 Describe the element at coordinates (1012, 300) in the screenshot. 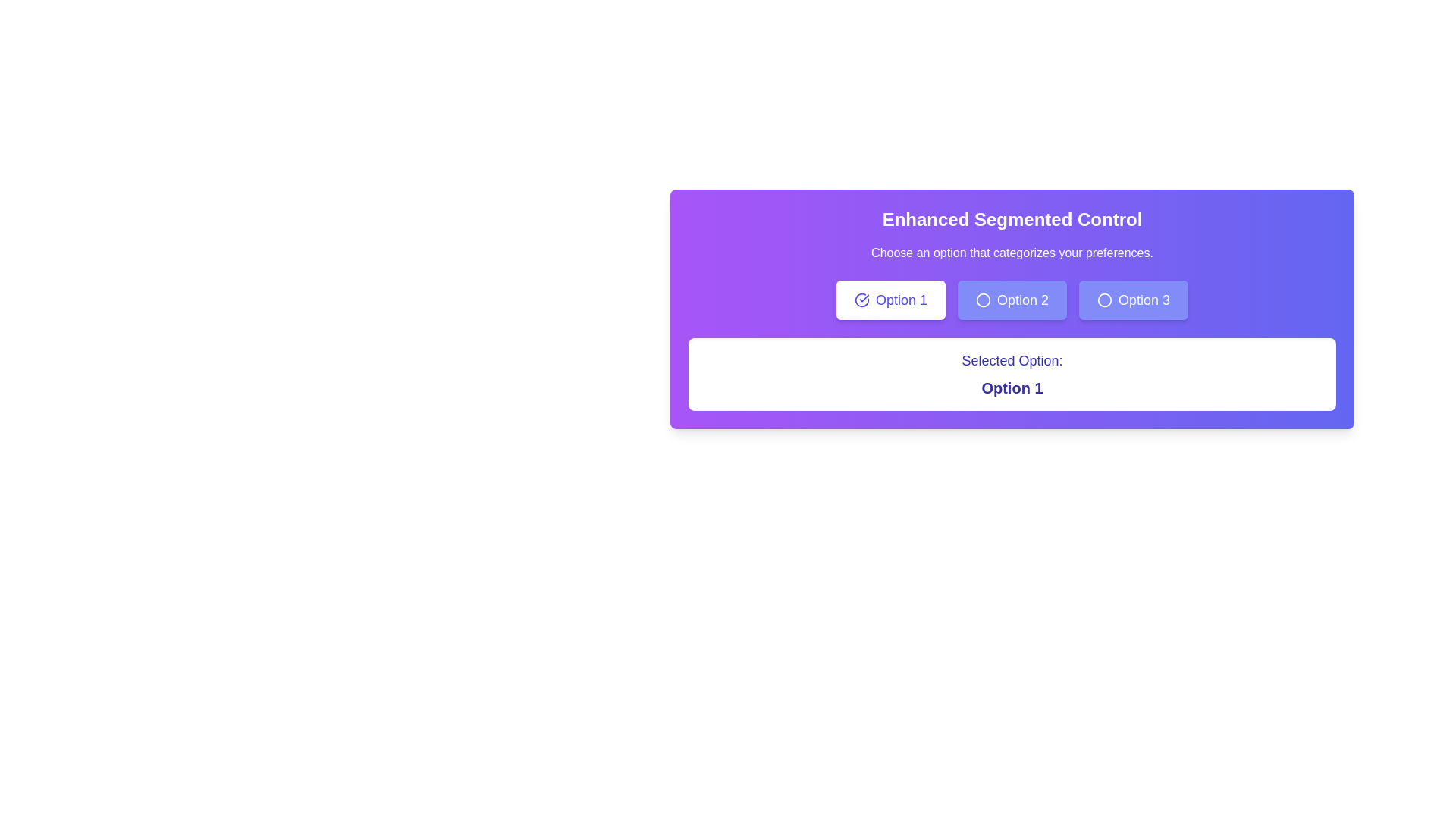

I see `the button labeled 'Option 2', which is a rectangular button with rounded corners and a light indigo background` at that location.